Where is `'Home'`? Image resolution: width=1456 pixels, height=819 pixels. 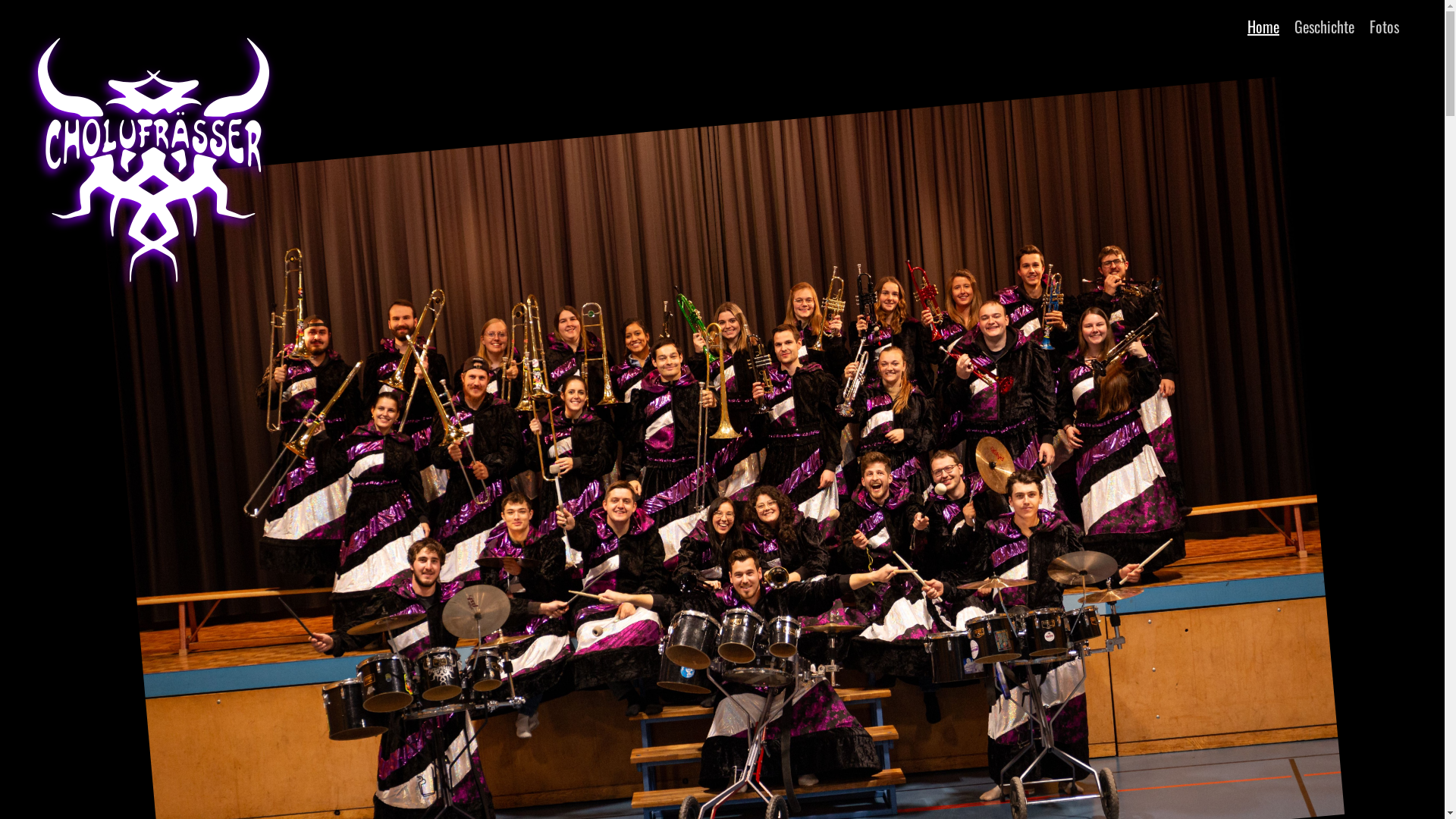 'Home' is located at coordinates (1263, 26).